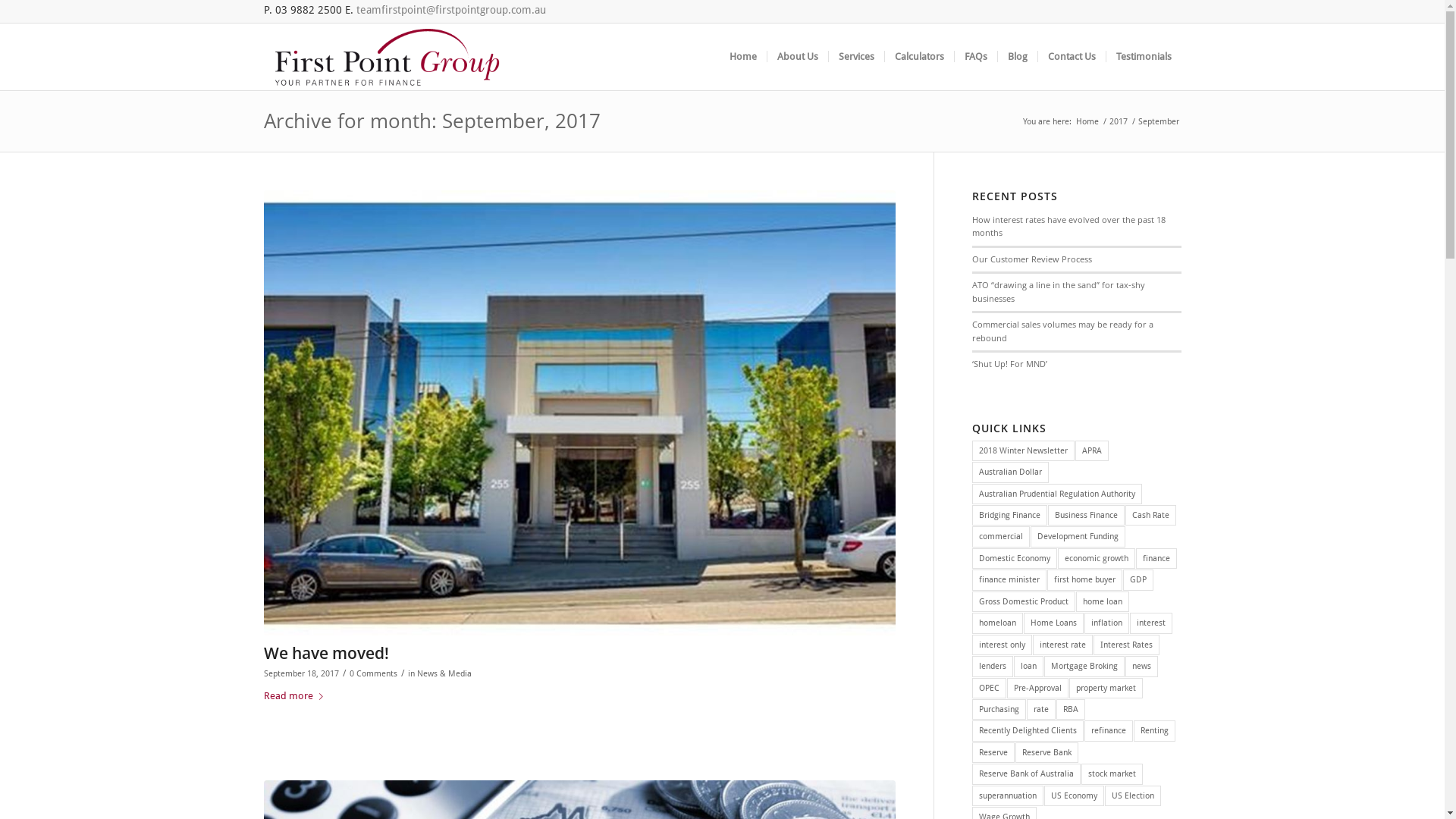  What do you see at coordinates (1069, 709) in the screenshot?
I see `'RBA'` at bounding box center [1069, 709].